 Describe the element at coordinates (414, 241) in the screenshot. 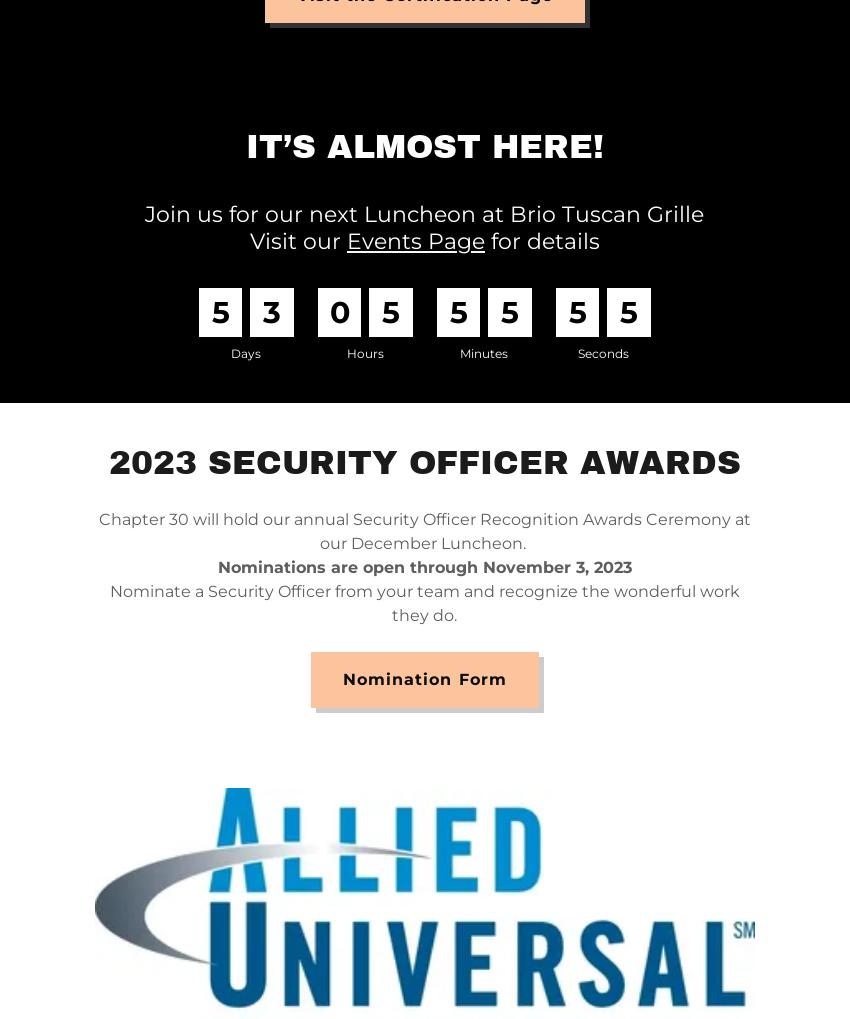

I see `'Events Page'` at that location.